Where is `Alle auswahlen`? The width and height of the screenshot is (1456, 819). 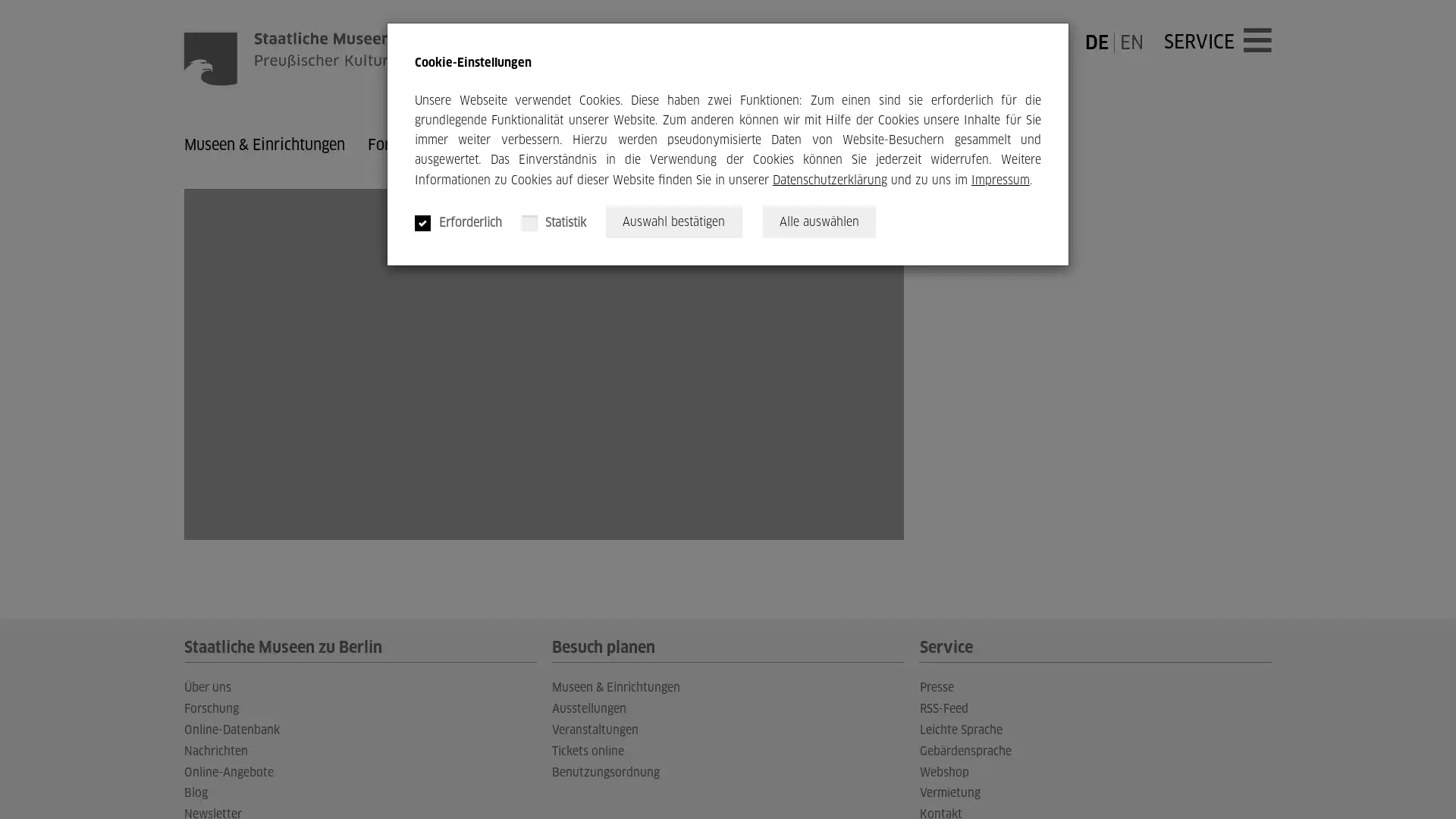 Alle auswahlen is located at coordinates (818, 221).